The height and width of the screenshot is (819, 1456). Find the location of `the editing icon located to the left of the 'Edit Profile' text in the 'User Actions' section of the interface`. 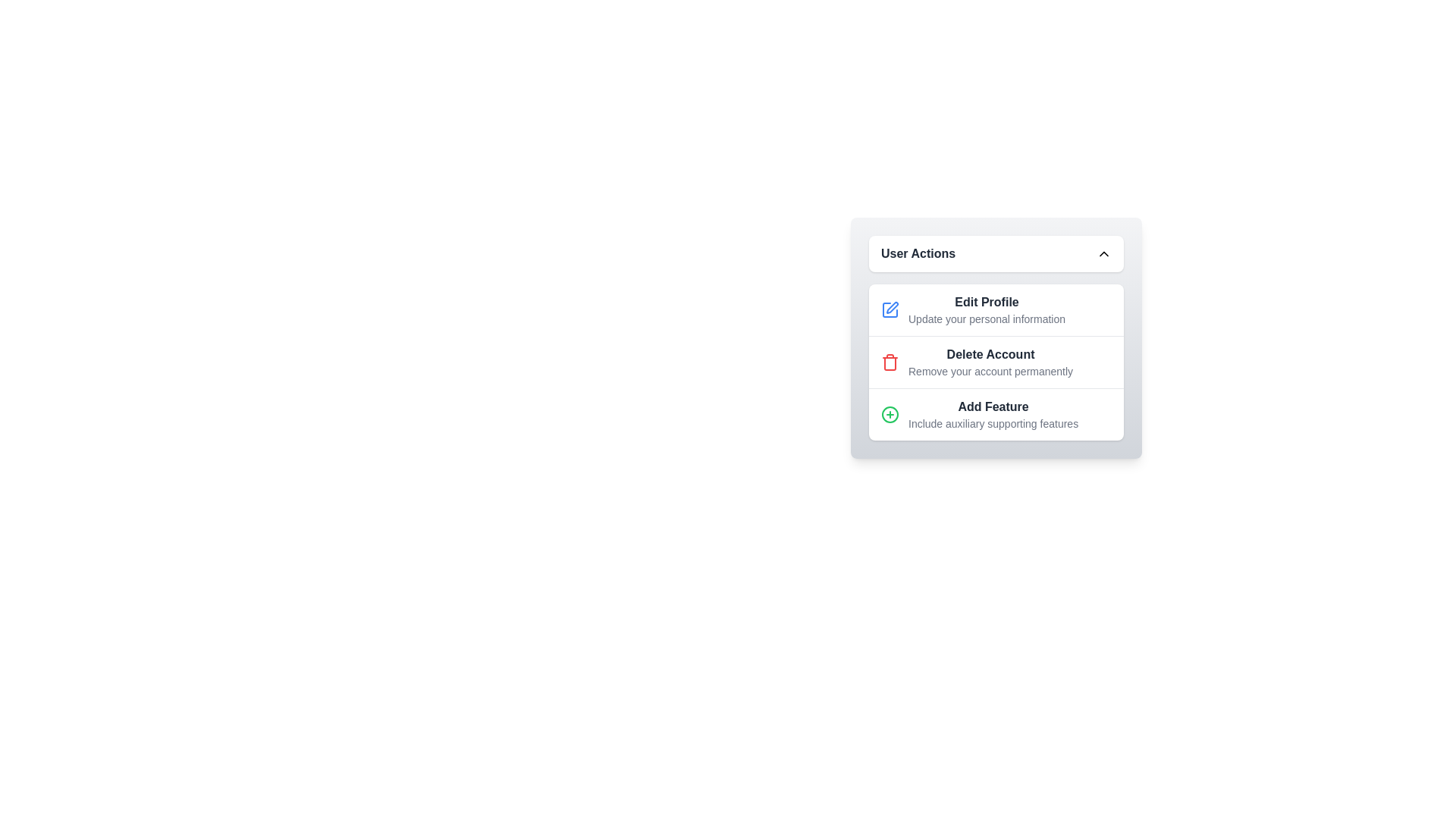

the editing icon located to the left of the 'Edit Profile' text in the 'User Actions' section of the interface is located at coordinates (890, 309).